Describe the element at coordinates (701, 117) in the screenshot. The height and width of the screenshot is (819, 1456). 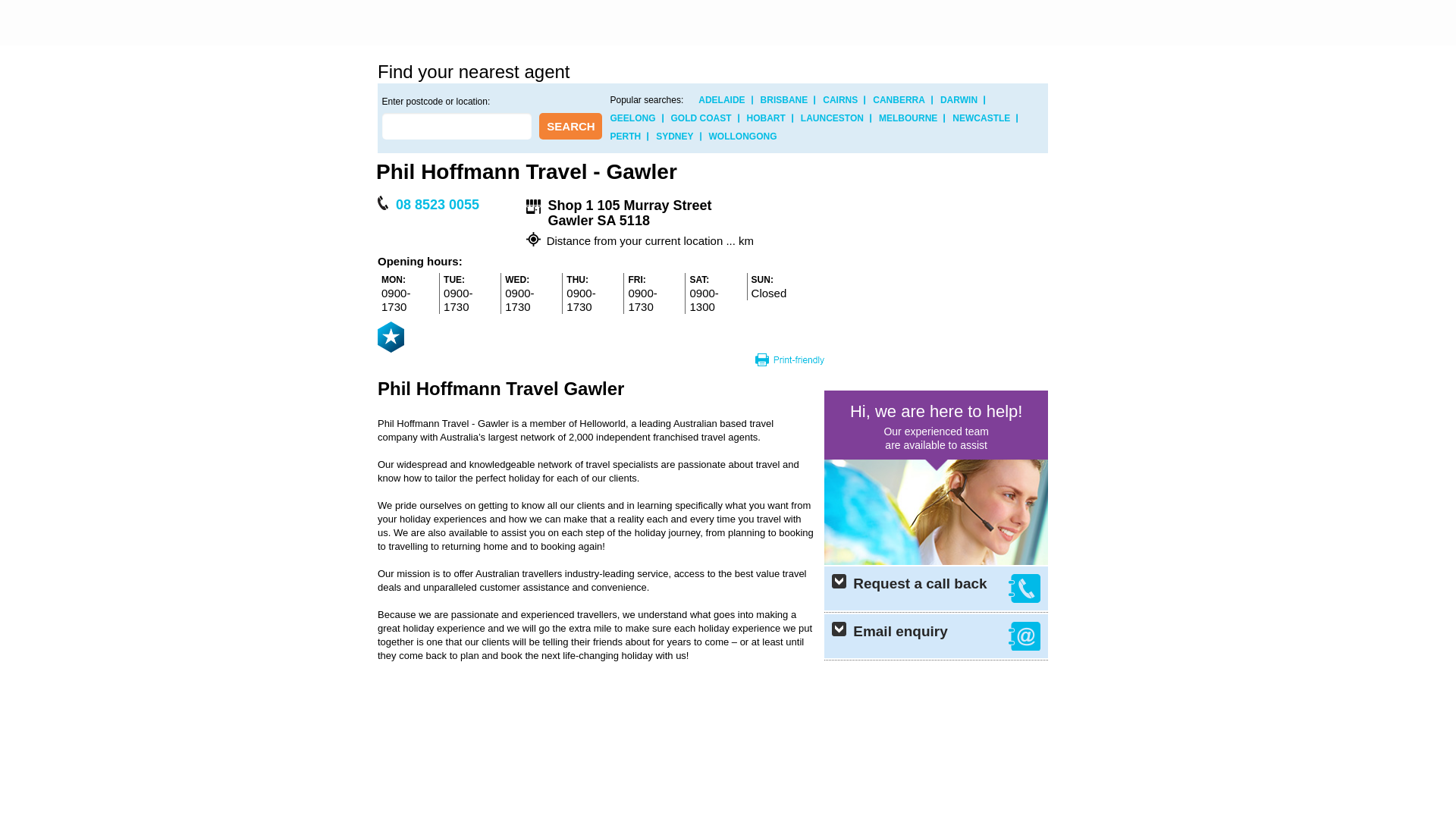
I see `'GOLD COAST'` at that location.